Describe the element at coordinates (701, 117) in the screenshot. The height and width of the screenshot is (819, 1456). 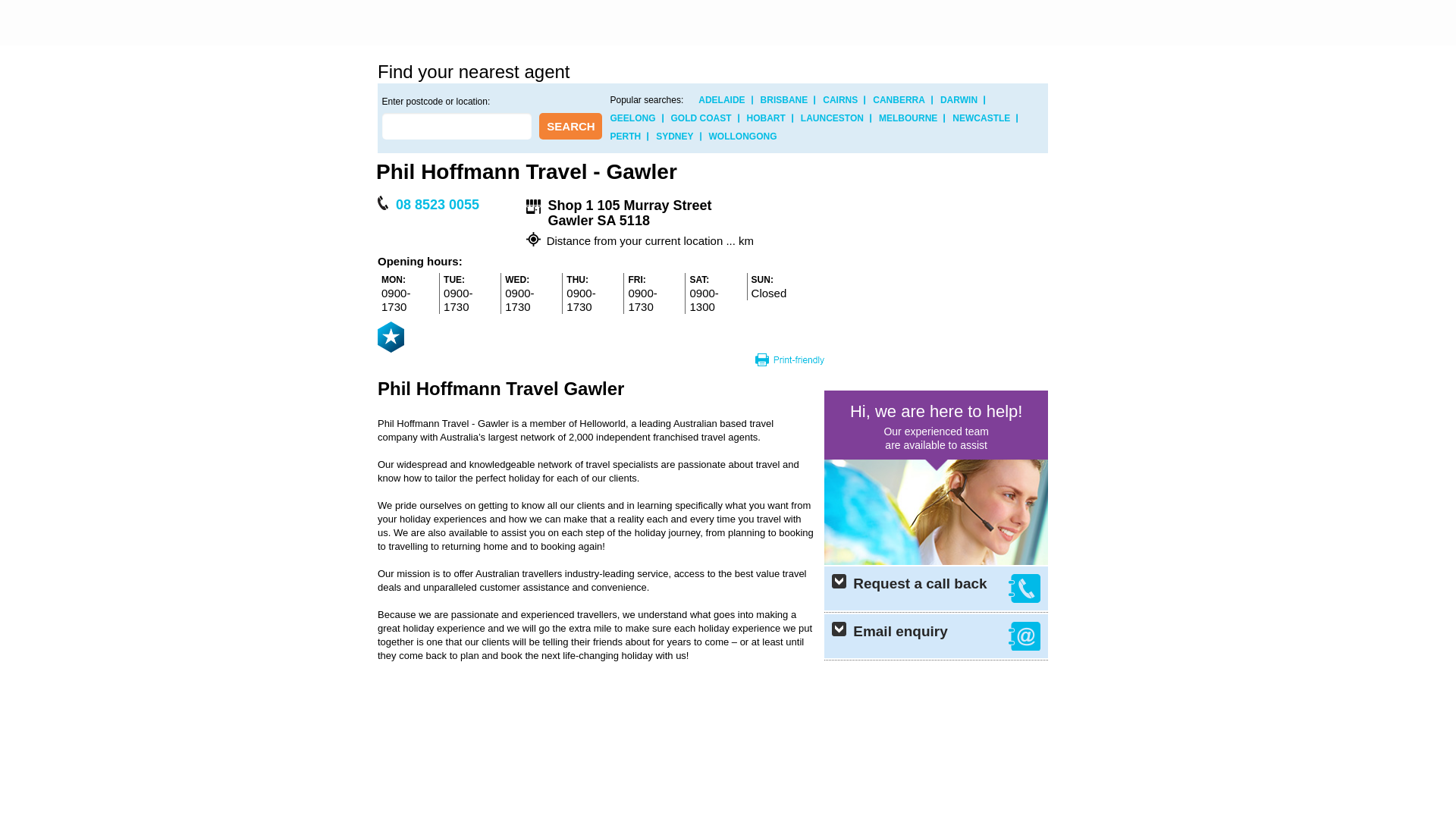
I see `'GOLD COAST'` at that location.